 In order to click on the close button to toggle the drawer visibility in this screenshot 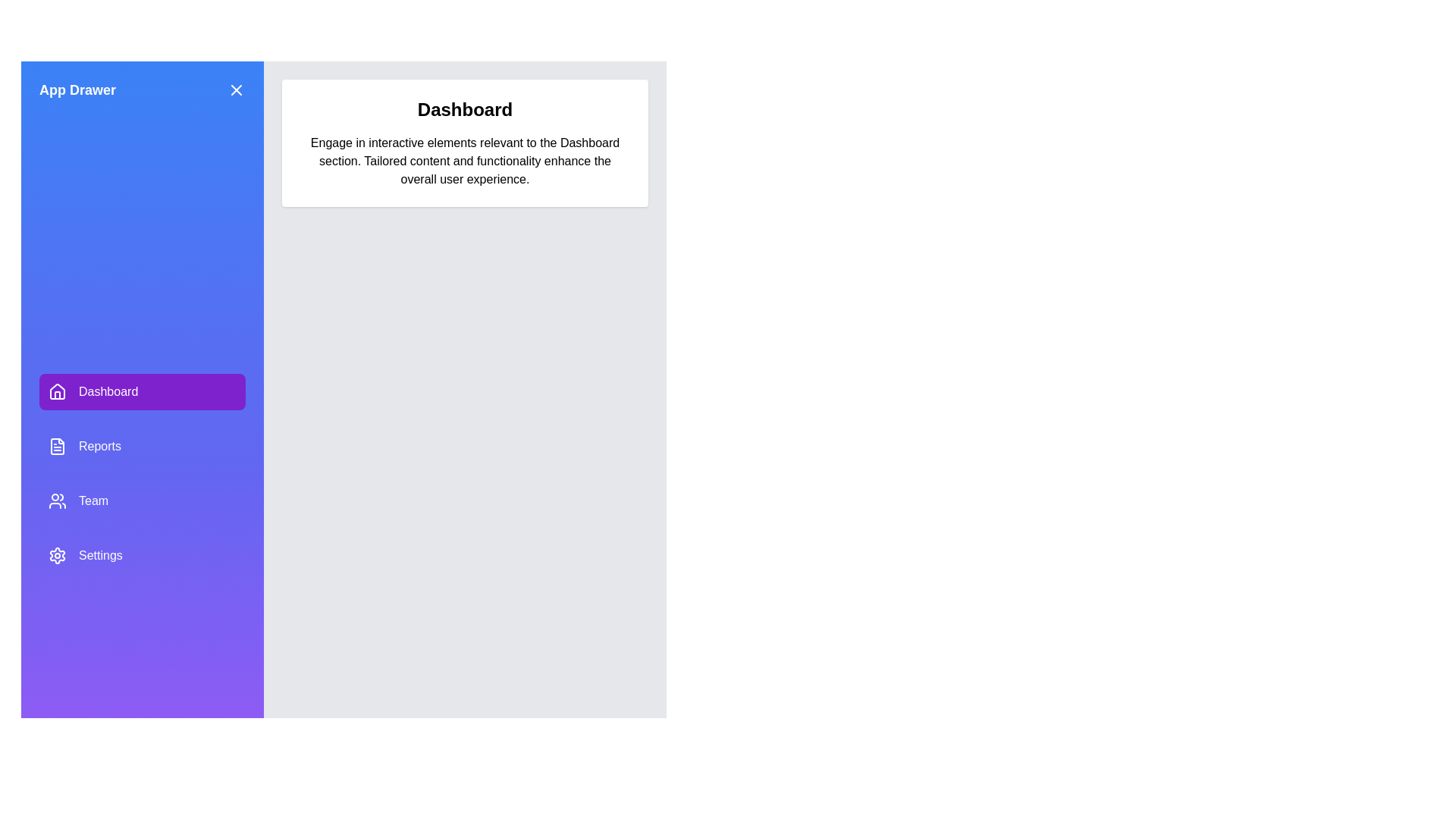, I will do `click(236, 90)`.